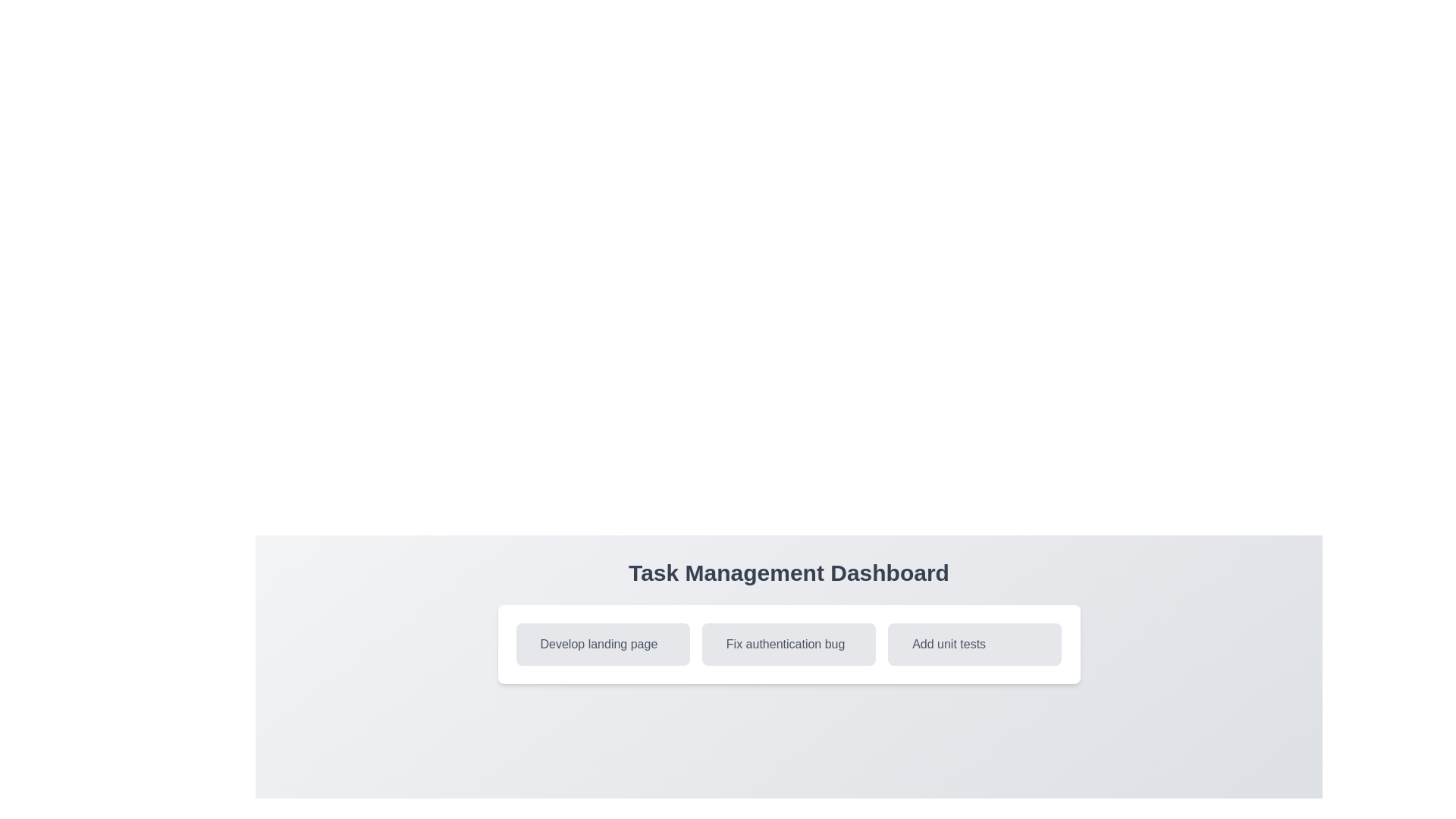  What do you see at coordinates (789, 644) in the screenshot?
I see `the task item labeled 'Fix authentication bug'` at bounding box center [789, 644].